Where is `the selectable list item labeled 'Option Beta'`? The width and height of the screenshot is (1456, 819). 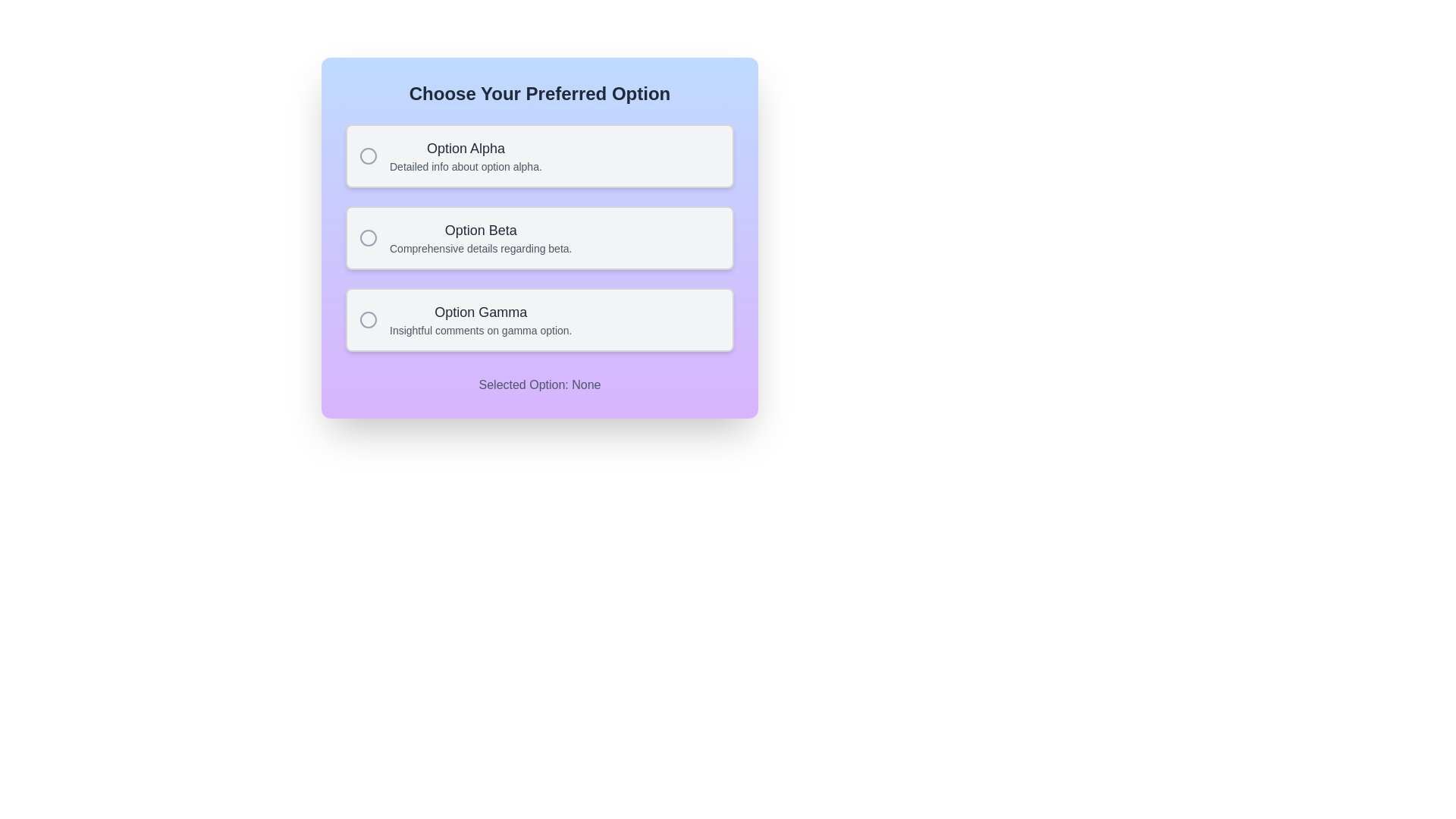
the selectable list item labeled 'Option Beta' is located at coordinates (539, 237).